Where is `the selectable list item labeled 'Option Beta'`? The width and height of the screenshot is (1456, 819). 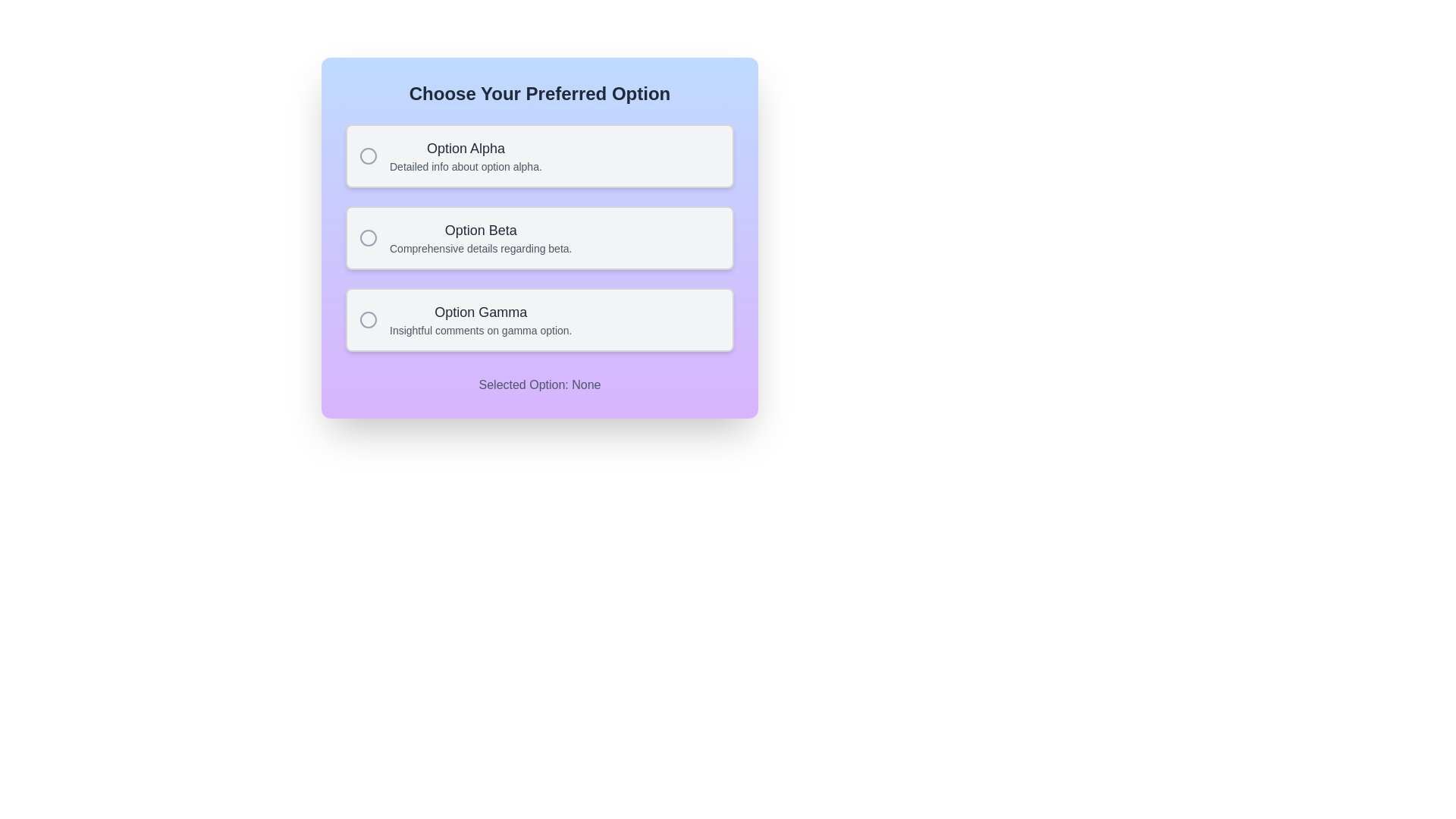
the selectable list item labeled 'Option Beta' is located at coordinates (539, 237).